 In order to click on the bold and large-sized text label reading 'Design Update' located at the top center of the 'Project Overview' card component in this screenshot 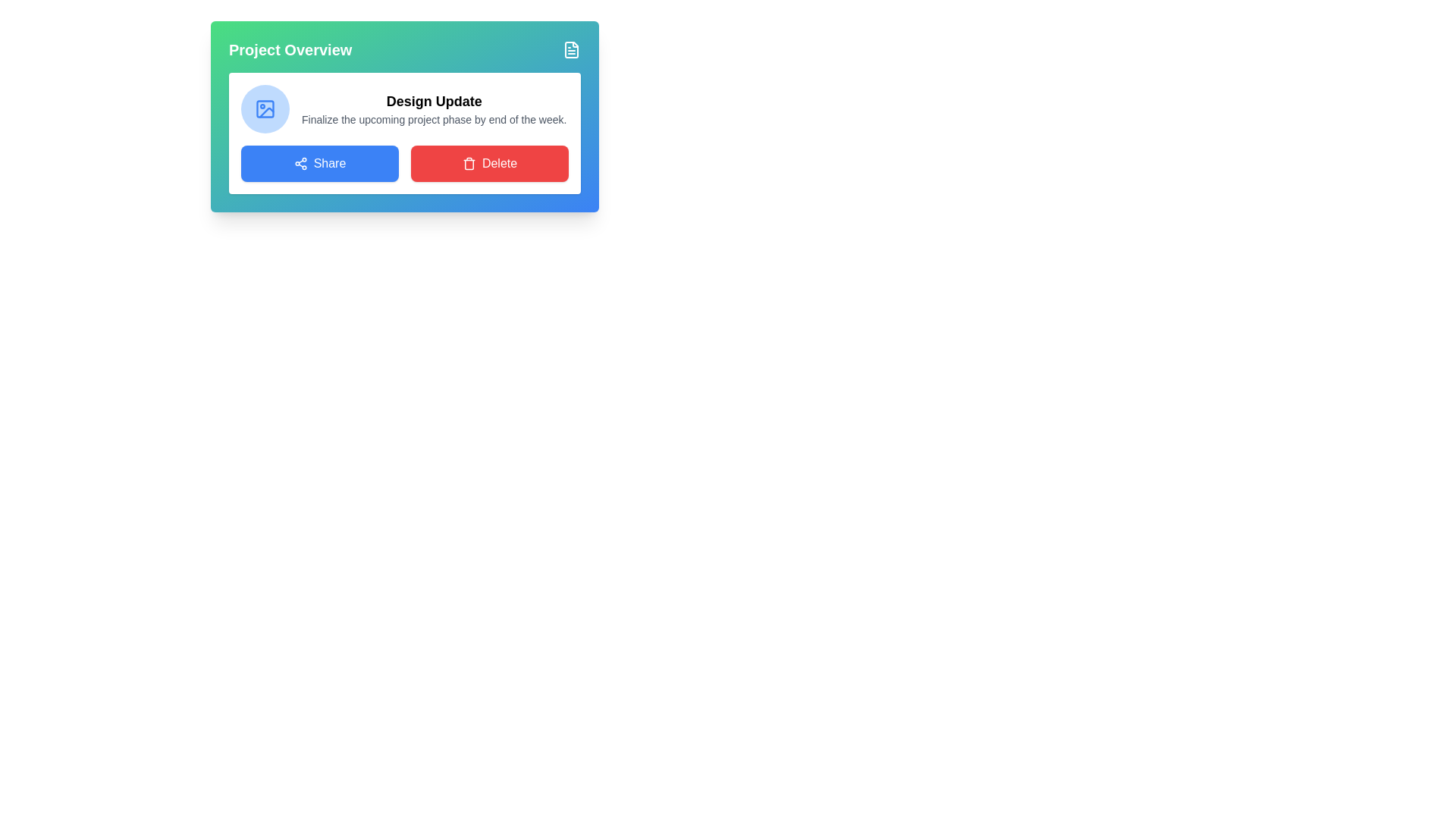, I will do `click(433, 102)`.